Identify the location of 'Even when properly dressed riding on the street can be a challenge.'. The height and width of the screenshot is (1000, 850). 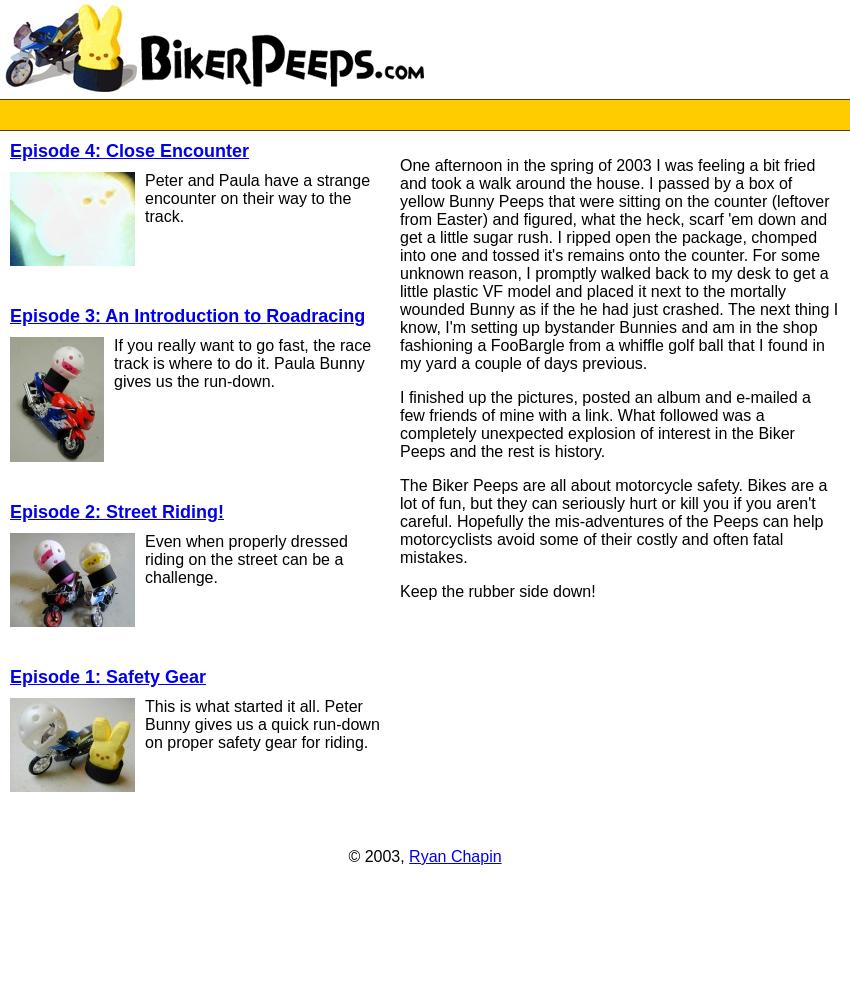
(245, 559).